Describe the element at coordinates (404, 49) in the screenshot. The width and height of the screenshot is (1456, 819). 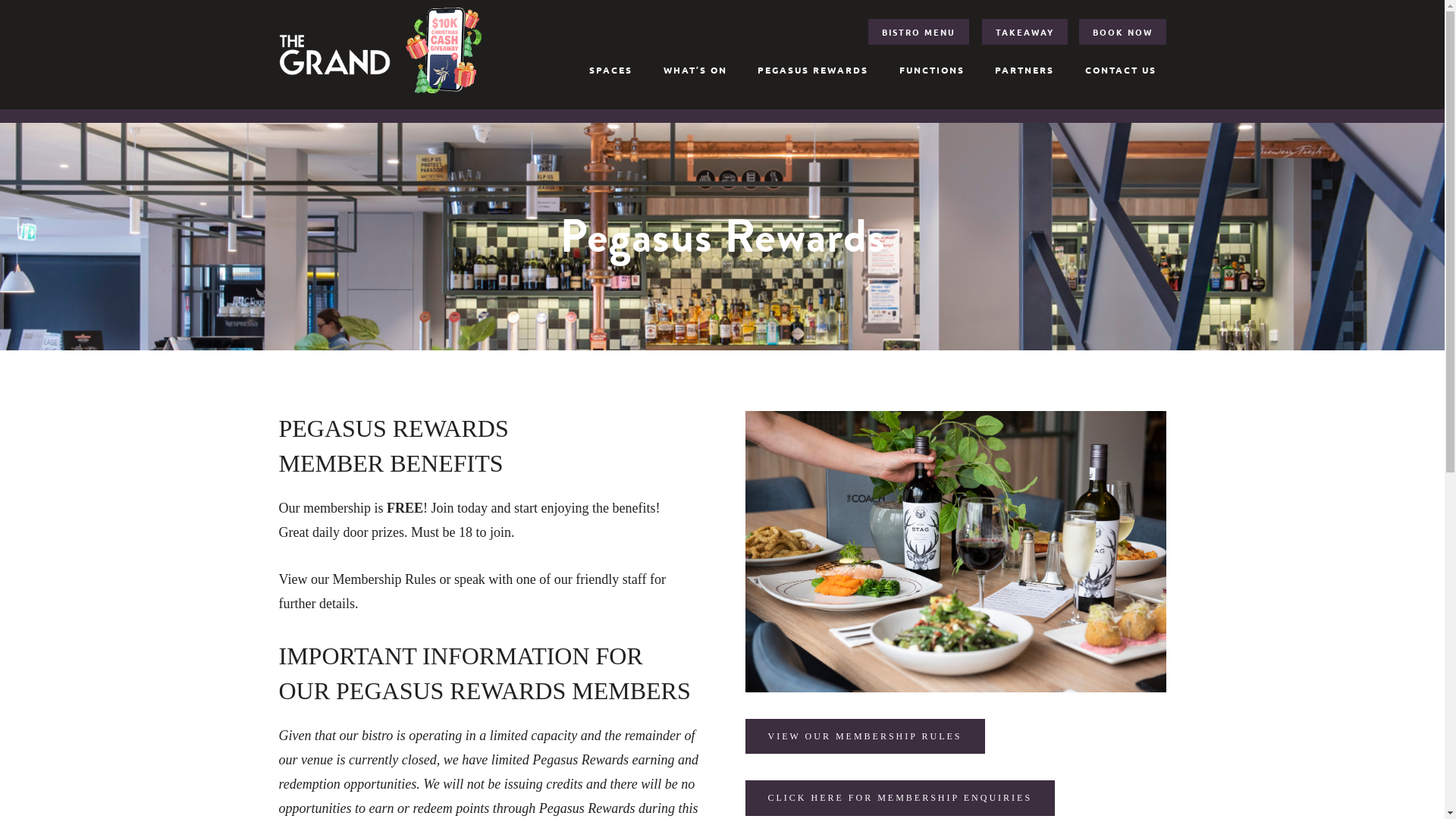
I see `'CHRISTMAS CASH GIVEAWAY'` at that location.